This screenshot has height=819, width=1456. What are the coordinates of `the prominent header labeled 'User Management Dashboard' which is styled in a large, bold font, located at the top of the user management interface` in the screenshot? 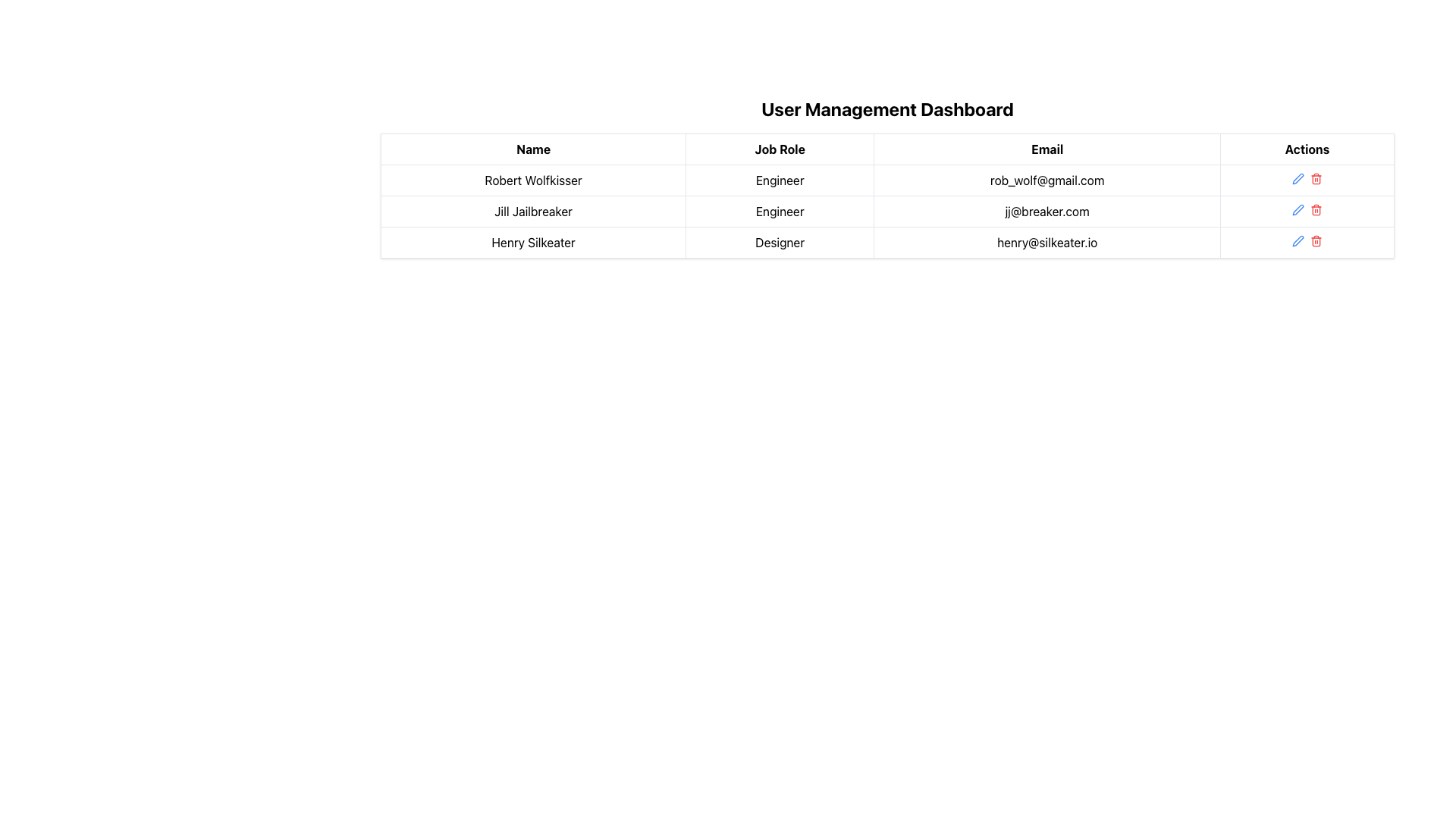 It's located at (887, 108).